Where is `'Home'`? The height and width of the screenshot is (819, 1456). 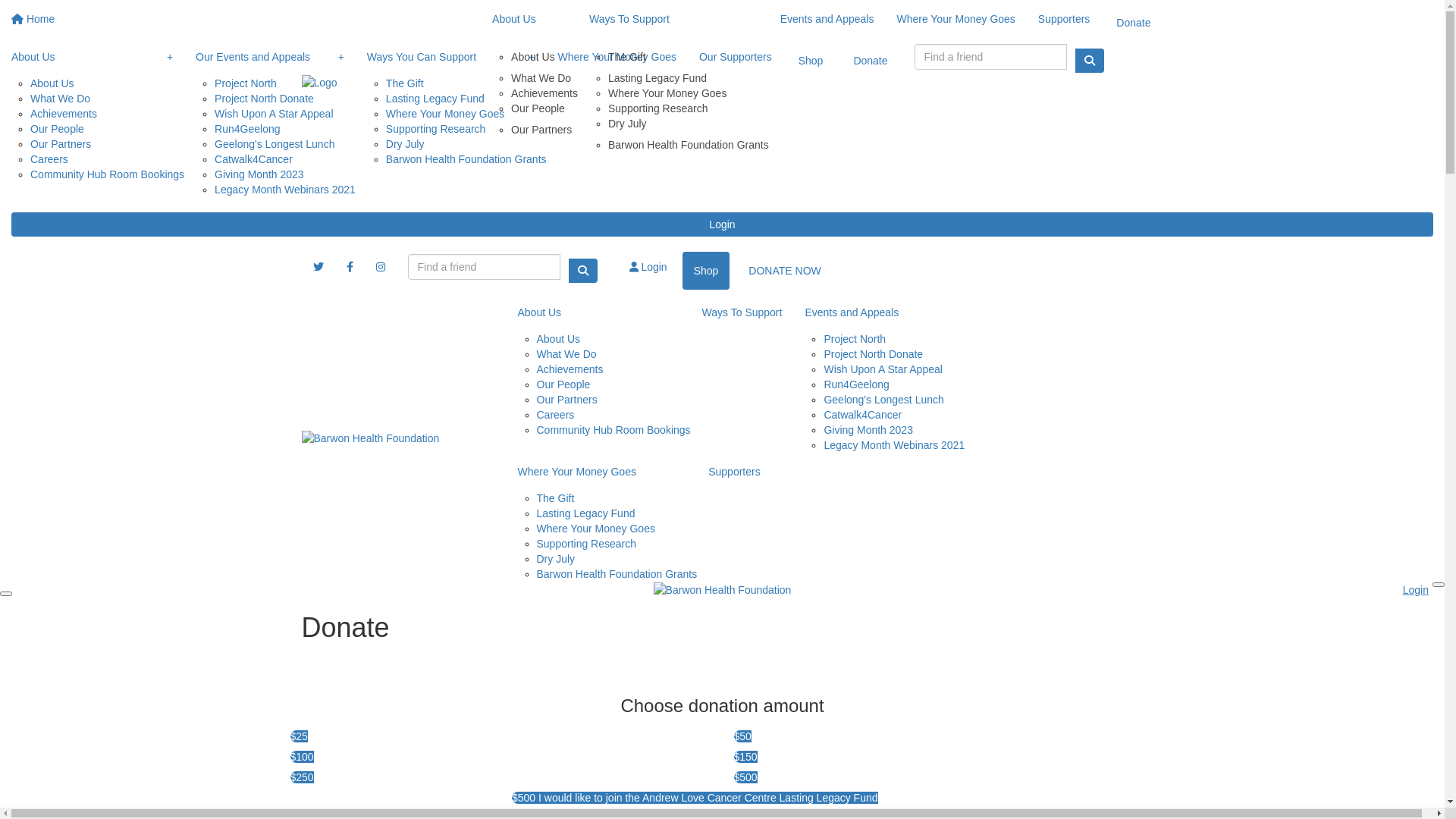
'Home' is located at coordinates (33, 18).